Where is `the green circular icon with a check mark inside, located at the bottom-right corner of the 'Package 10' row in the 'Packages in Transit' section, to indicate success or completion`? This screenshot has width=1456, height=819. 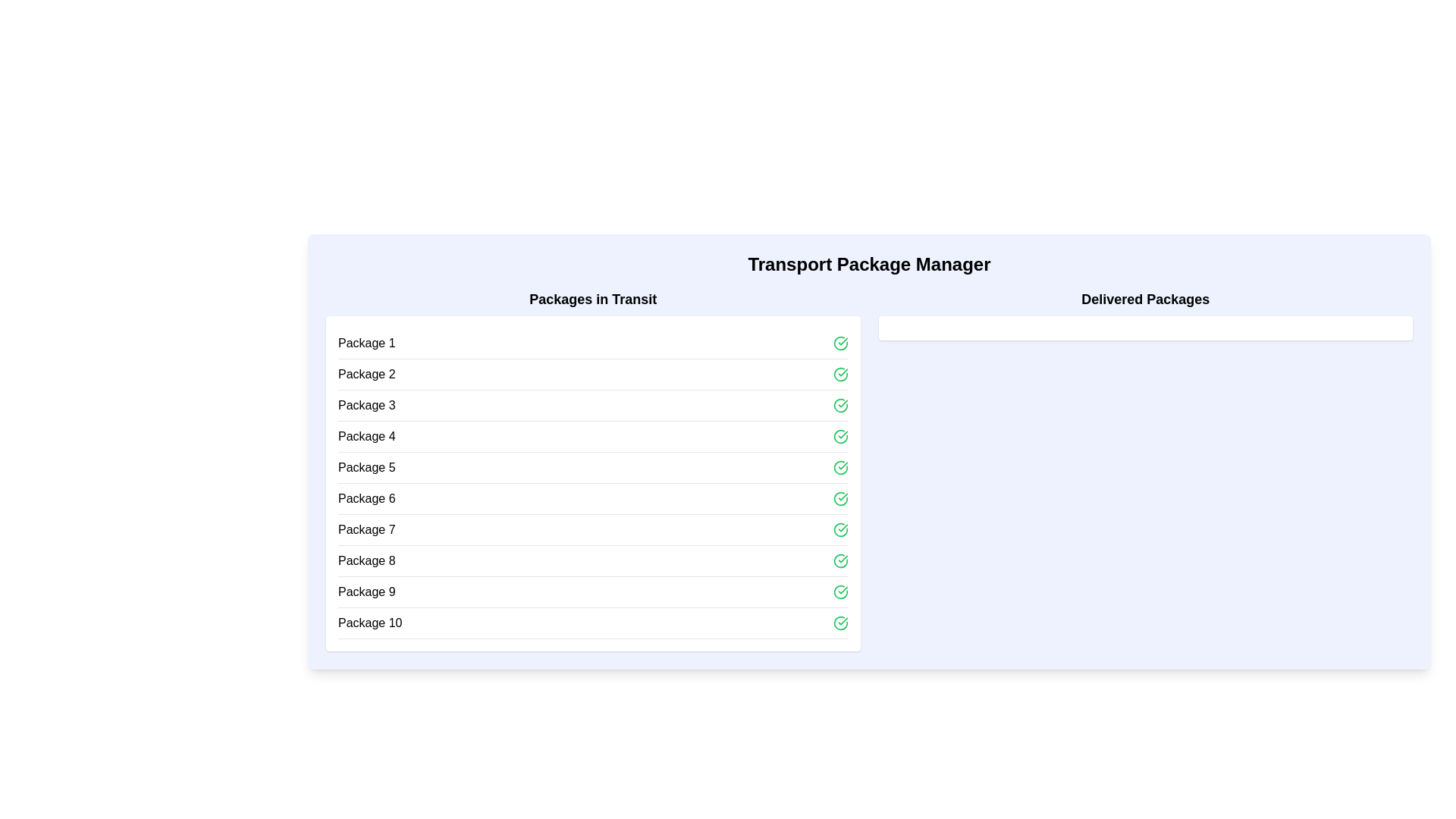 the green circular icon with a check mark inside, located at the bottom-right corner of the 'Package 10' row in the 'Packages in Transit' section, to indicate success or completion is located at coordinates (839, 623).